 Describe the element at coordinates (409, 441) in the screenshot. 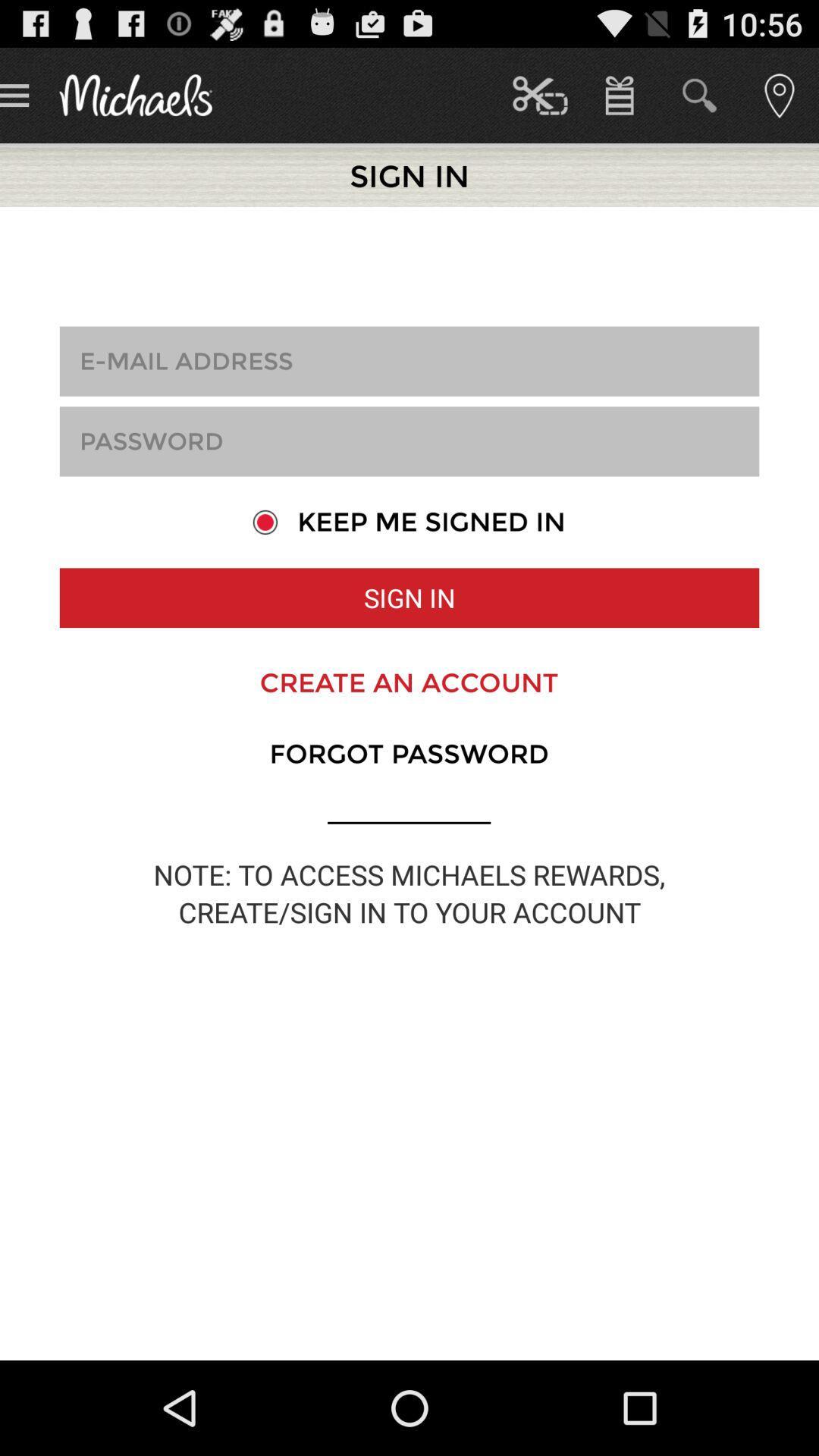

I see `password` at that location.